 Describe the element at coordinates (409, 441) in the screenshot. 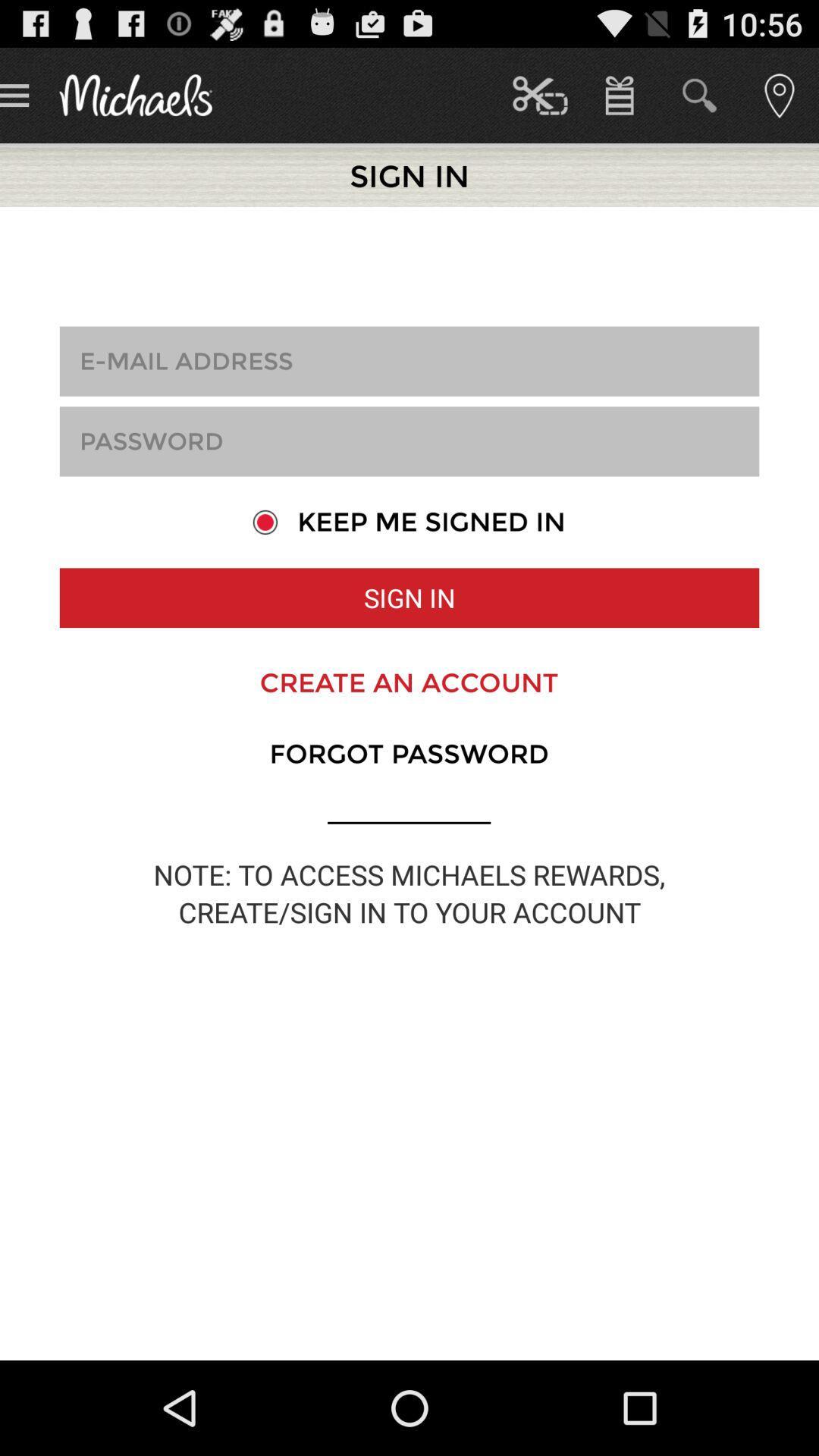

I see `password` at that location.